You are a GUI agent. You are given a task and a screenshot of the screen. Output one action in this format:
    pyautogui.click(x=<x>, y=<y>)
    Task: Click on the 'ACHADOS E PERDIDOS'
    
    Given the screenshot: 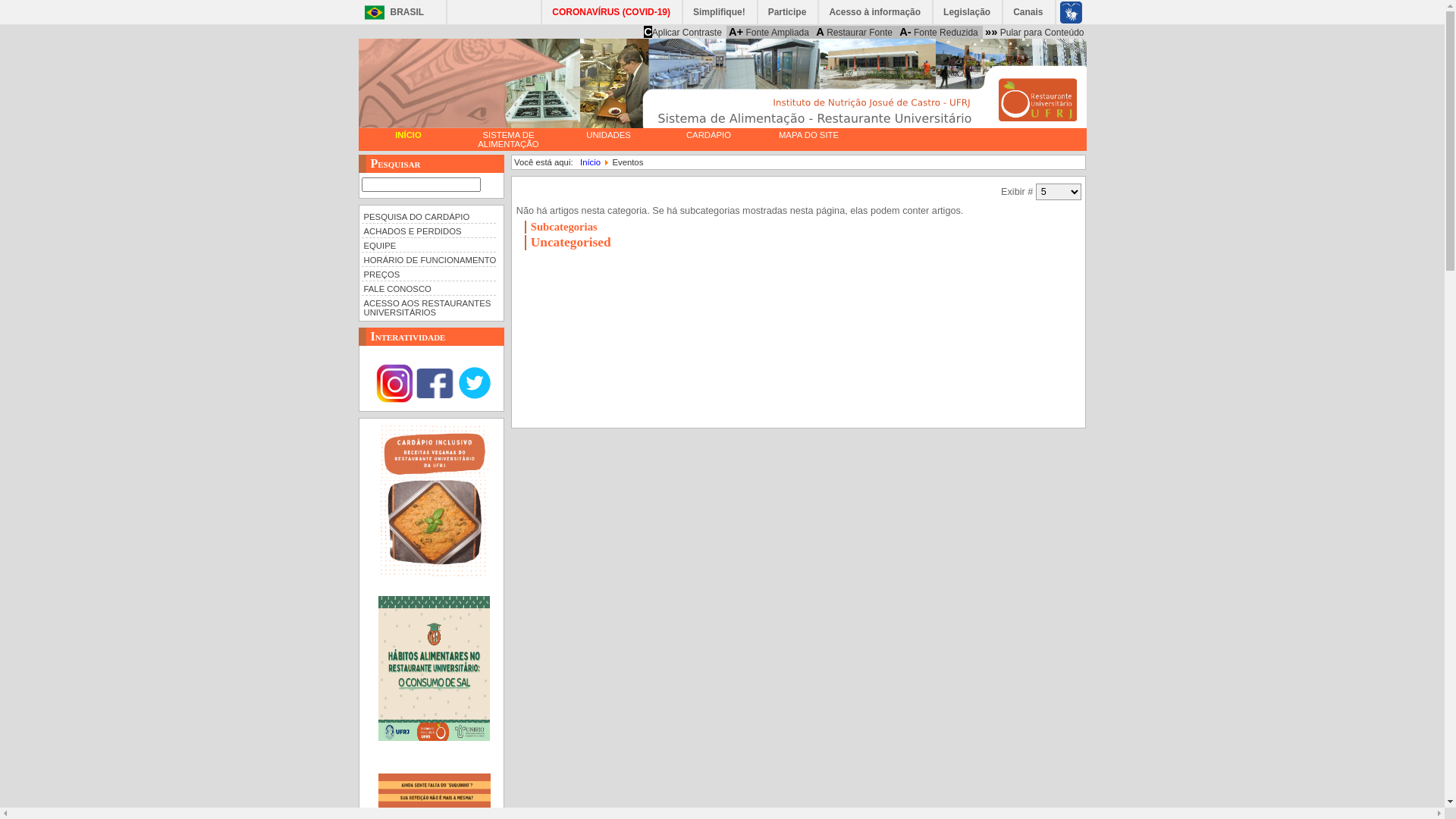 What is the action you would take?
    pyautogui.click(x=359, y=230)
    